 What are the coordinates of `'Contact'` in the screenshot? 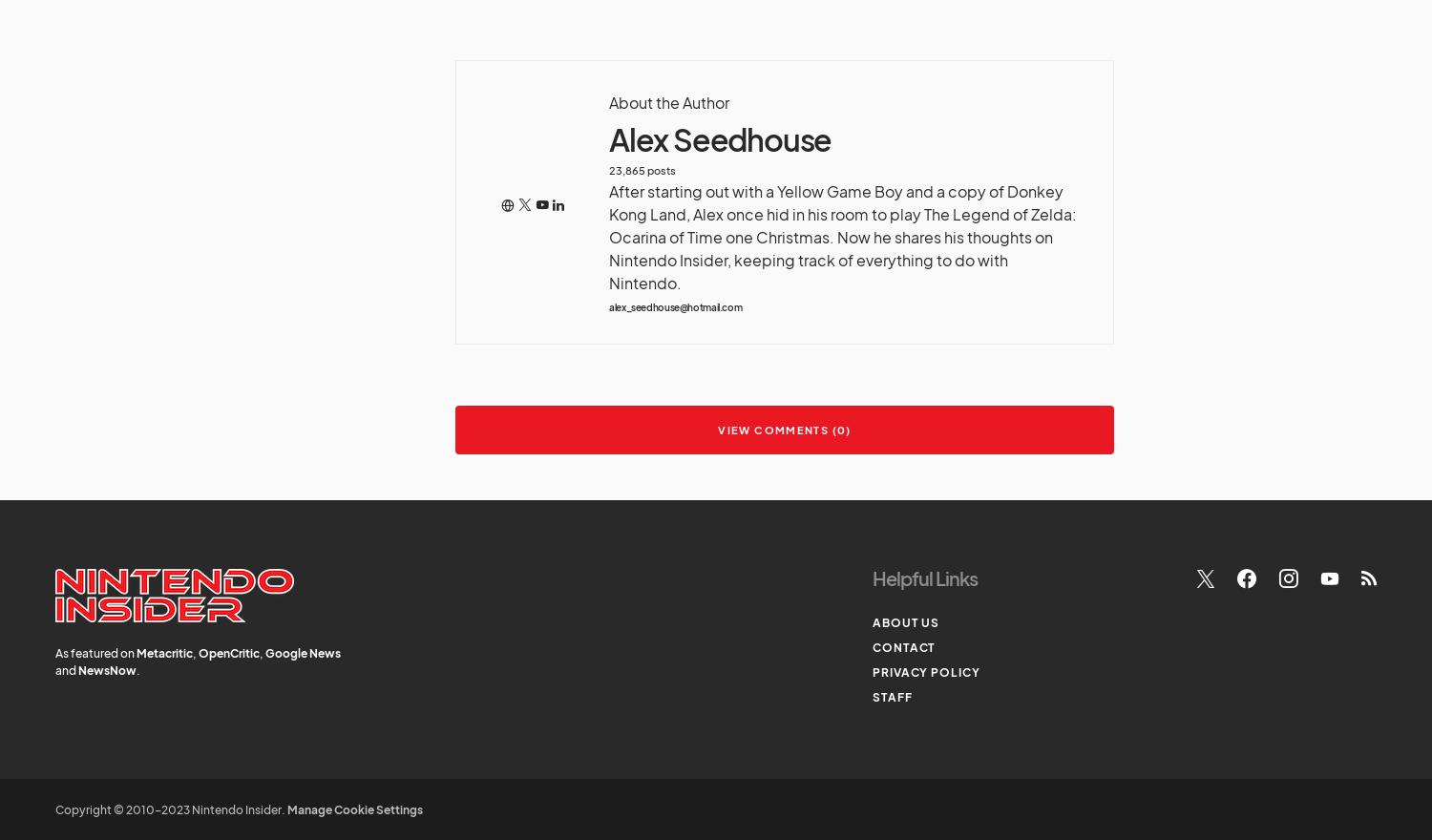 It's located at (902, 646).